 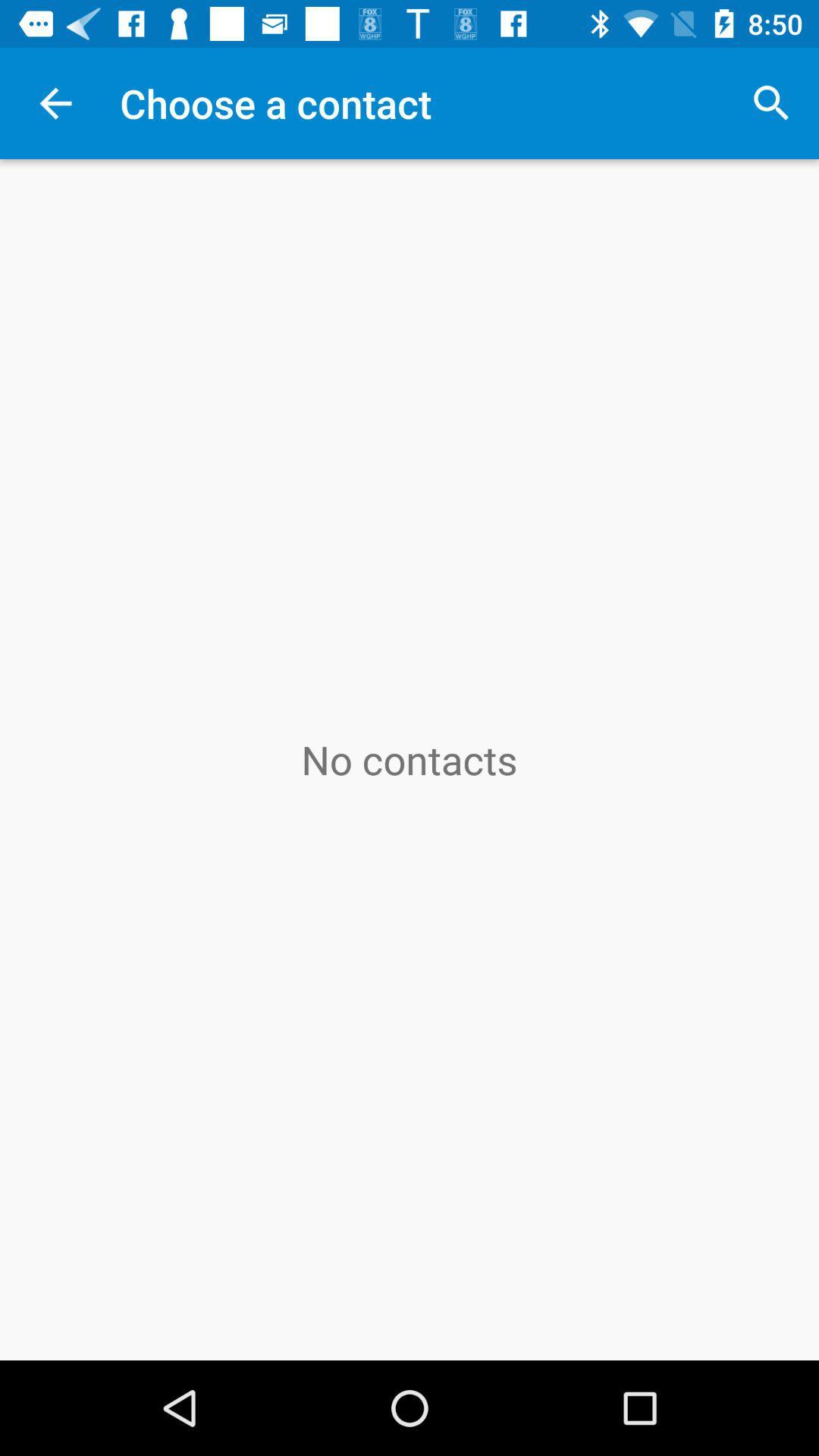 I want to click on icon next to choose a contact icon, so click(x=771, y=102).